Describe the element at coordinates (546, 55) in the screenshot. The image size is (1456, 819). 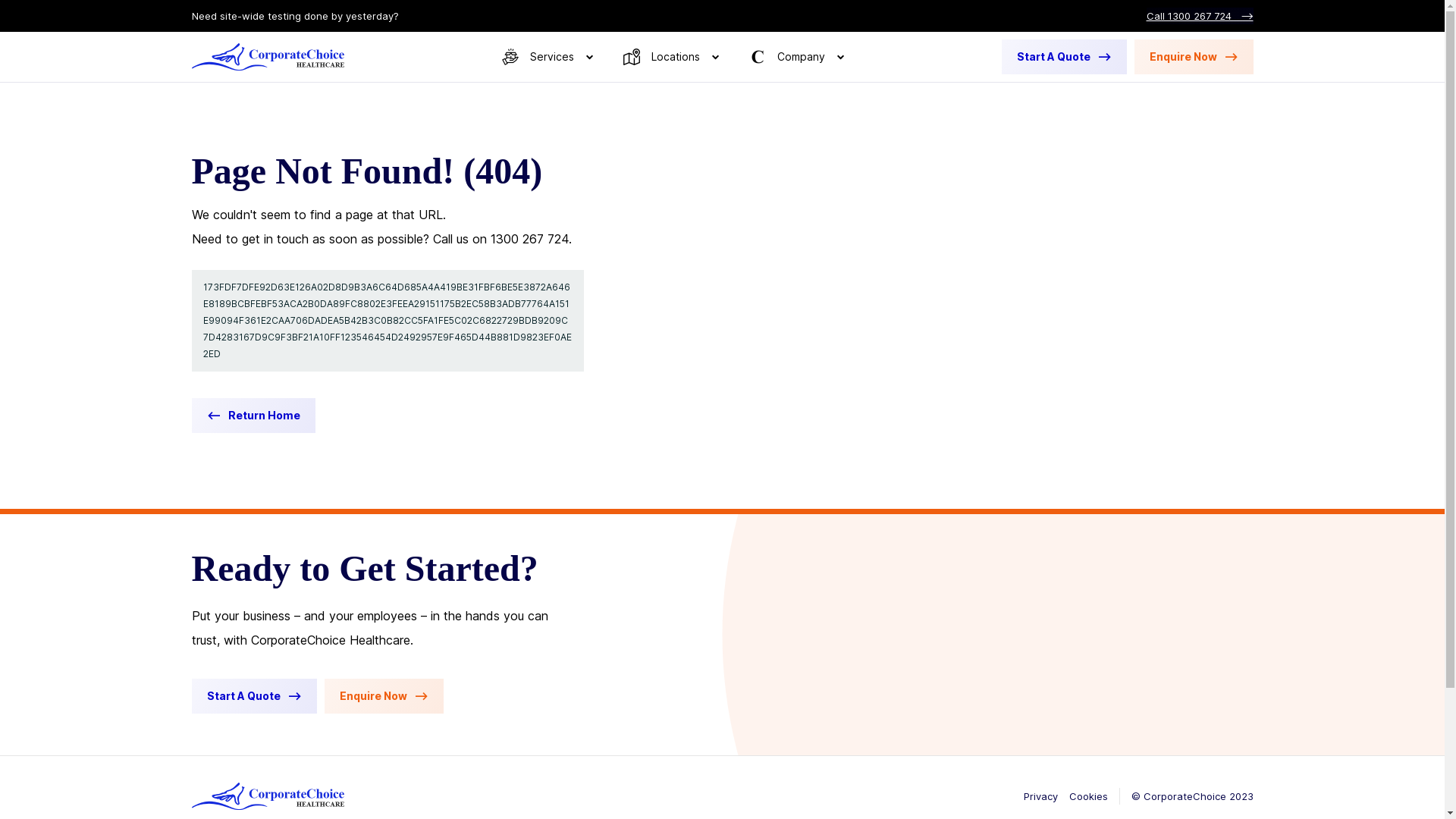
I see `'Services'` at that location.